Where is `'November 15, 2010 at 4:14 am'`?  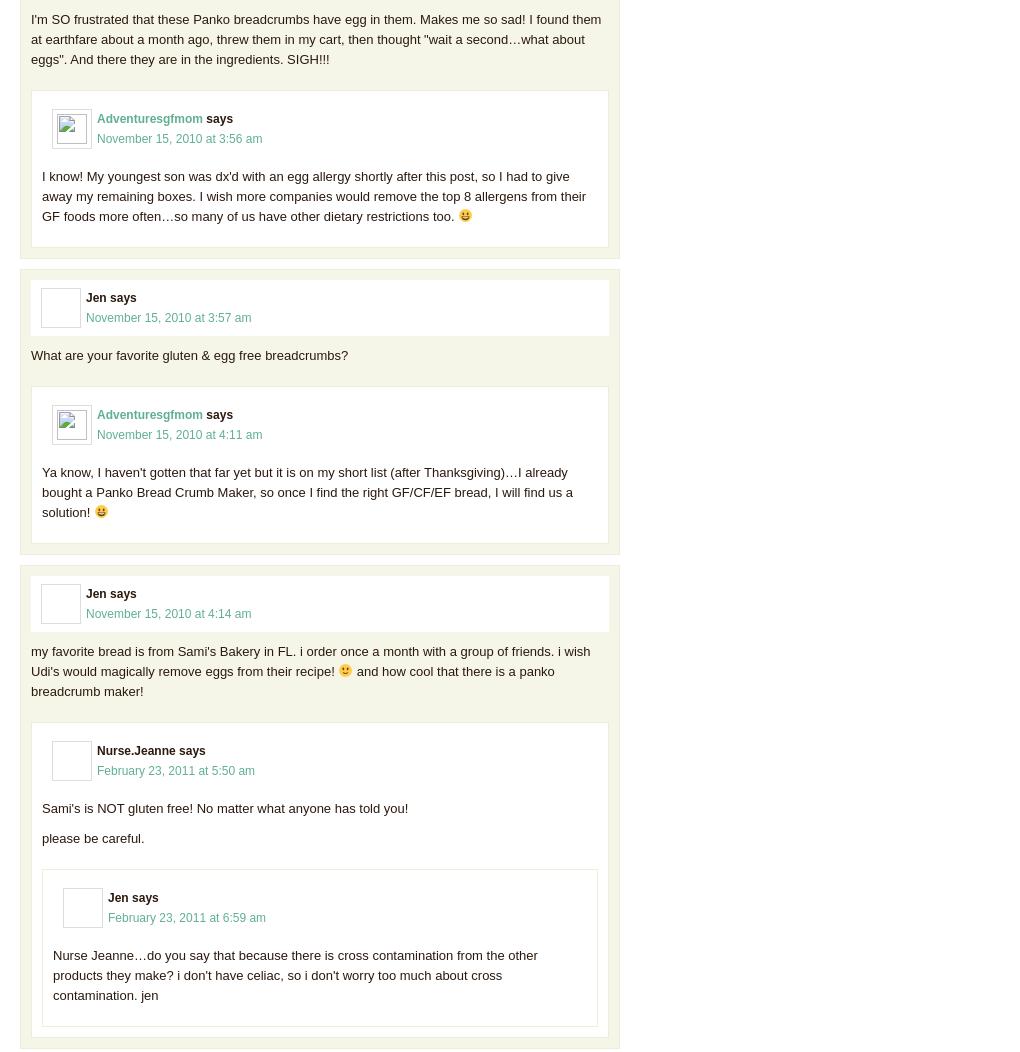
'November 15, 2010 at 4:14 am' is located at coordinates (168, 612).